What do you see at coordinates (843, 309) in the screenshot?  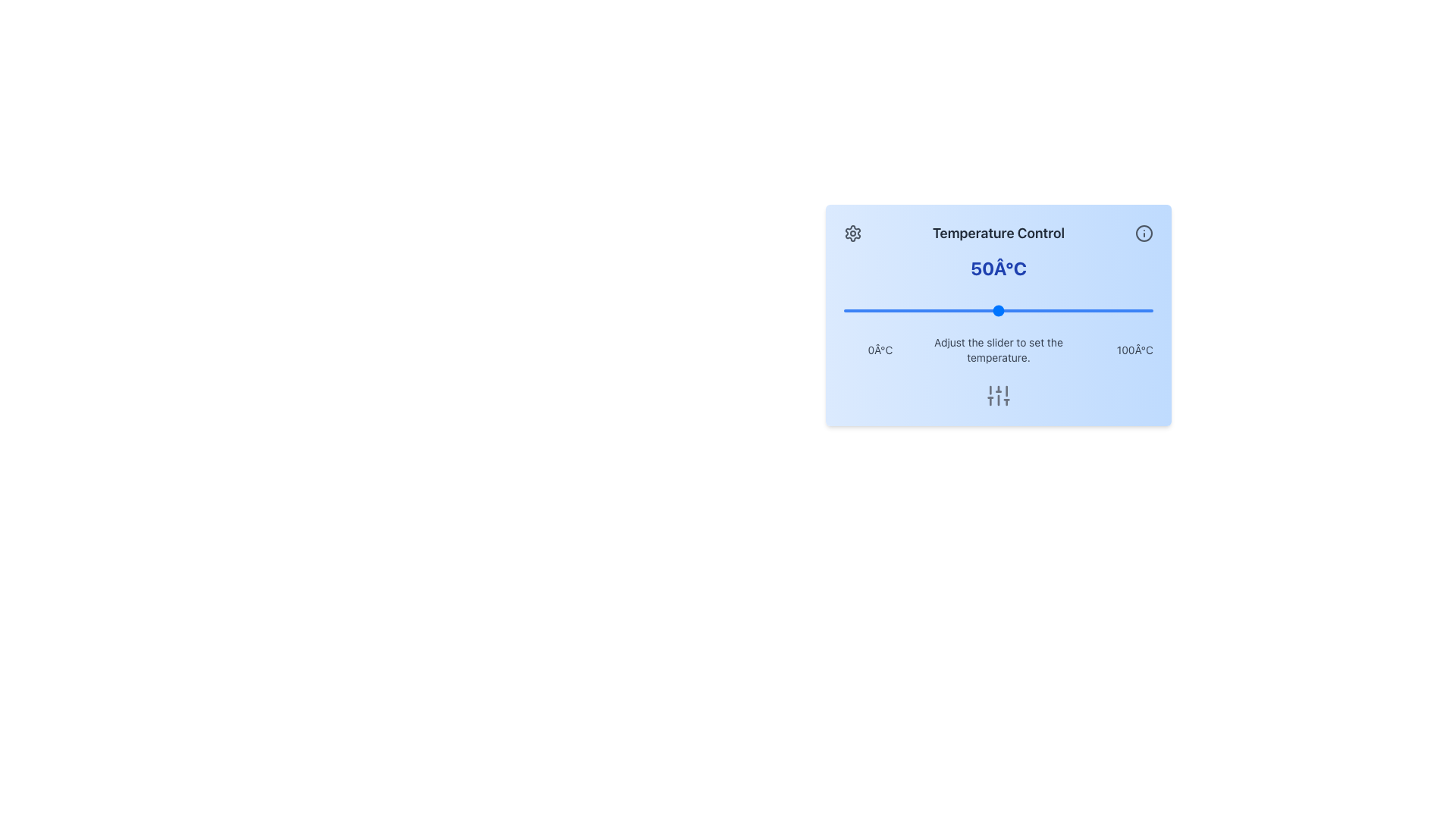 I see `temperature` at bounding box center [843, 309].